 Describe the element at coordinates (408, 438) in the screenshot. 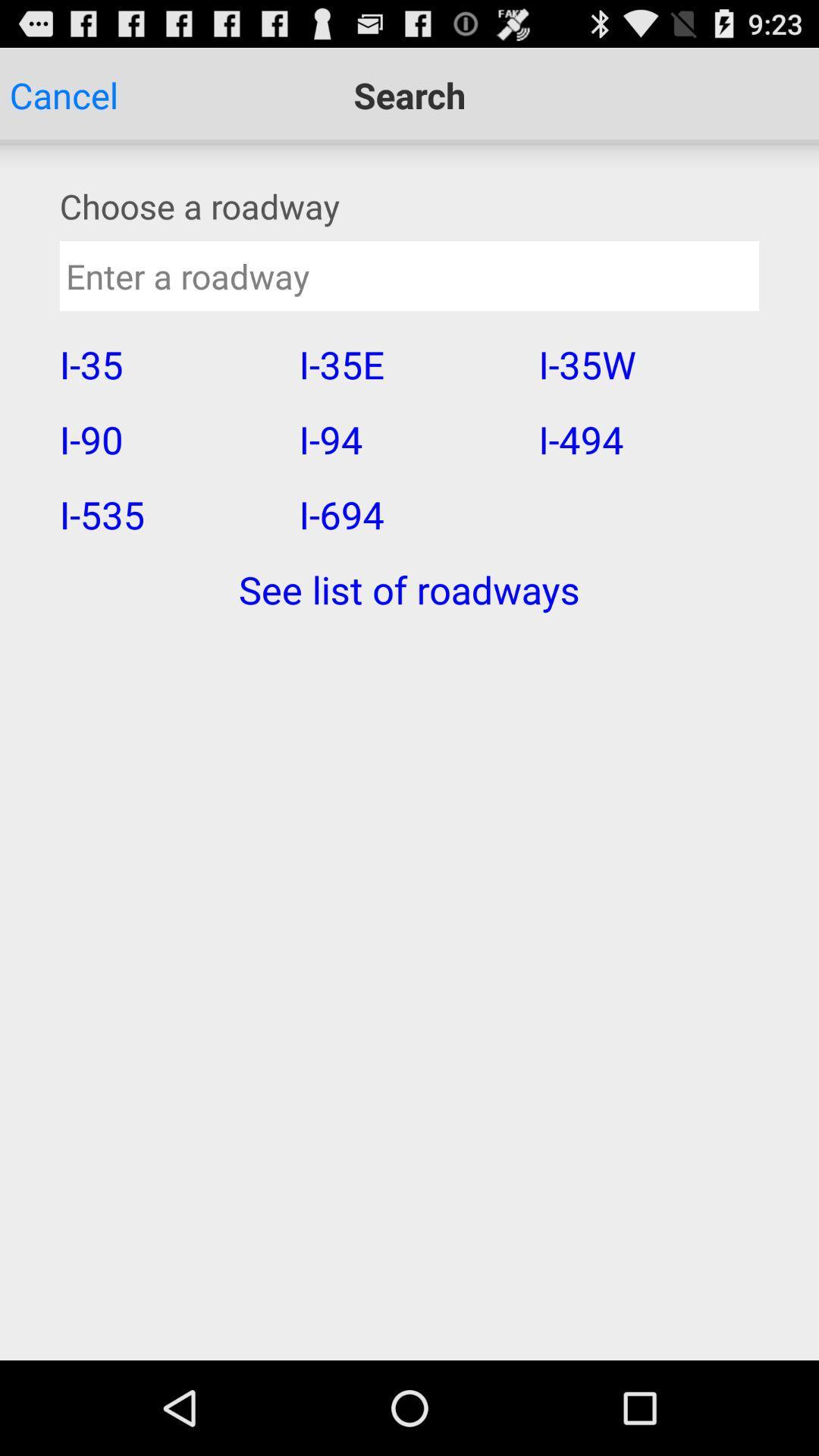

I see `app next to the i-35w item` at that location.